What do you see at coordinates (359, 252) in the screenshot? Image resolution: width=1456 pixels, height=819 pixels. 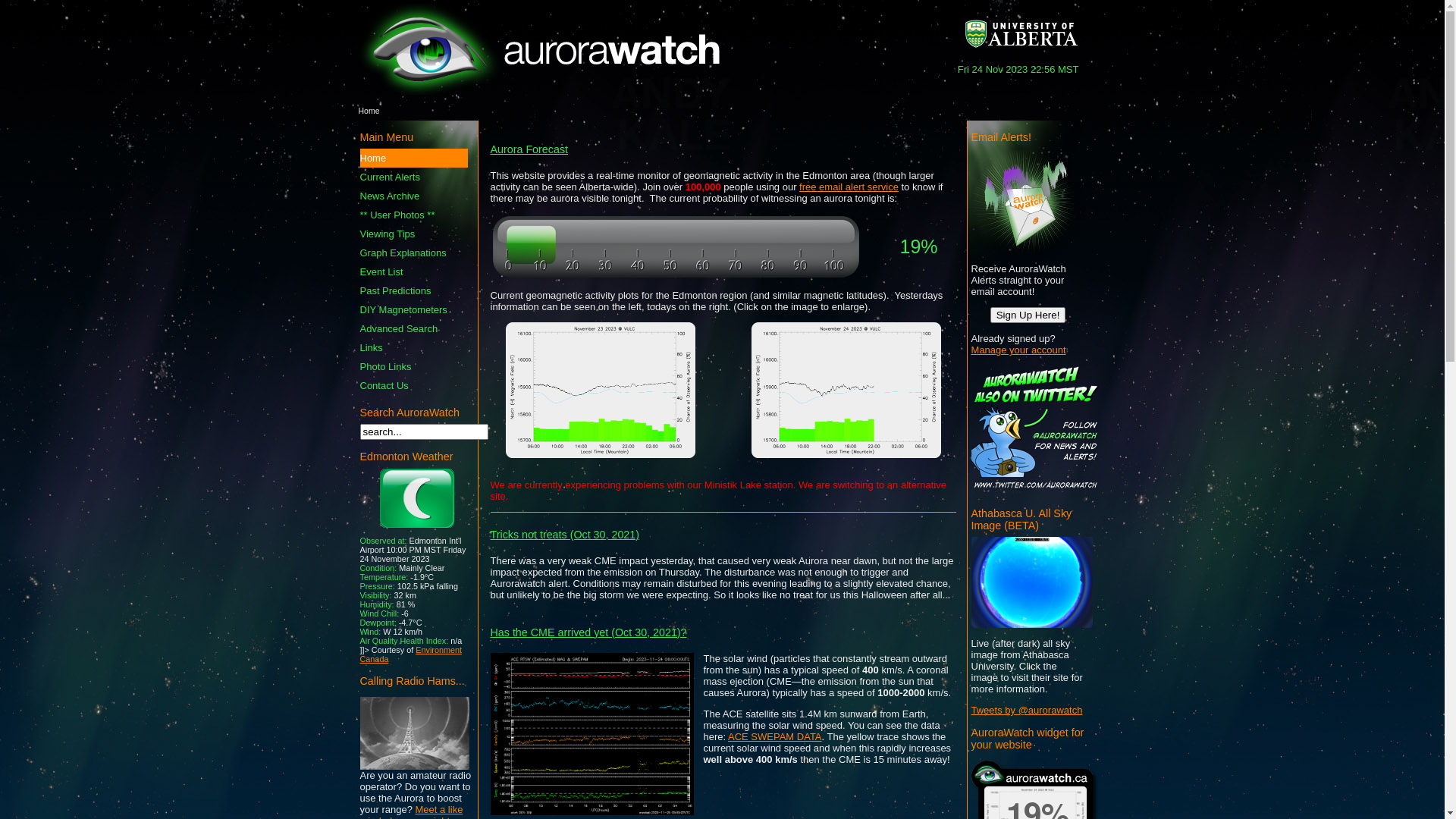 I see `'Graph Explanations'` at bounding box center [359, 252].